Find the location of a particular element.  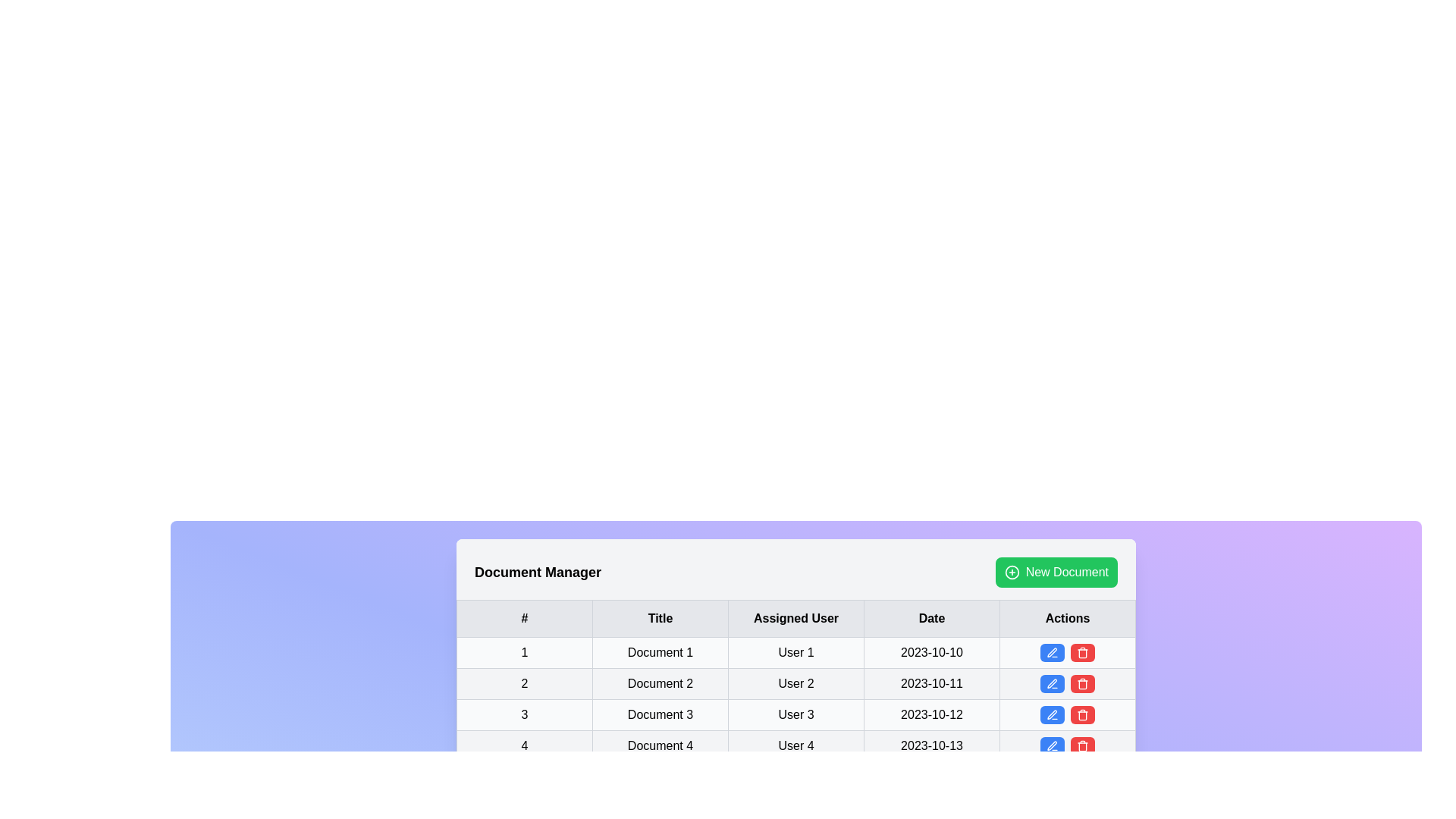

the 'Assigned User' header cell in the table to sort the column is located at coordinates (795, 619).